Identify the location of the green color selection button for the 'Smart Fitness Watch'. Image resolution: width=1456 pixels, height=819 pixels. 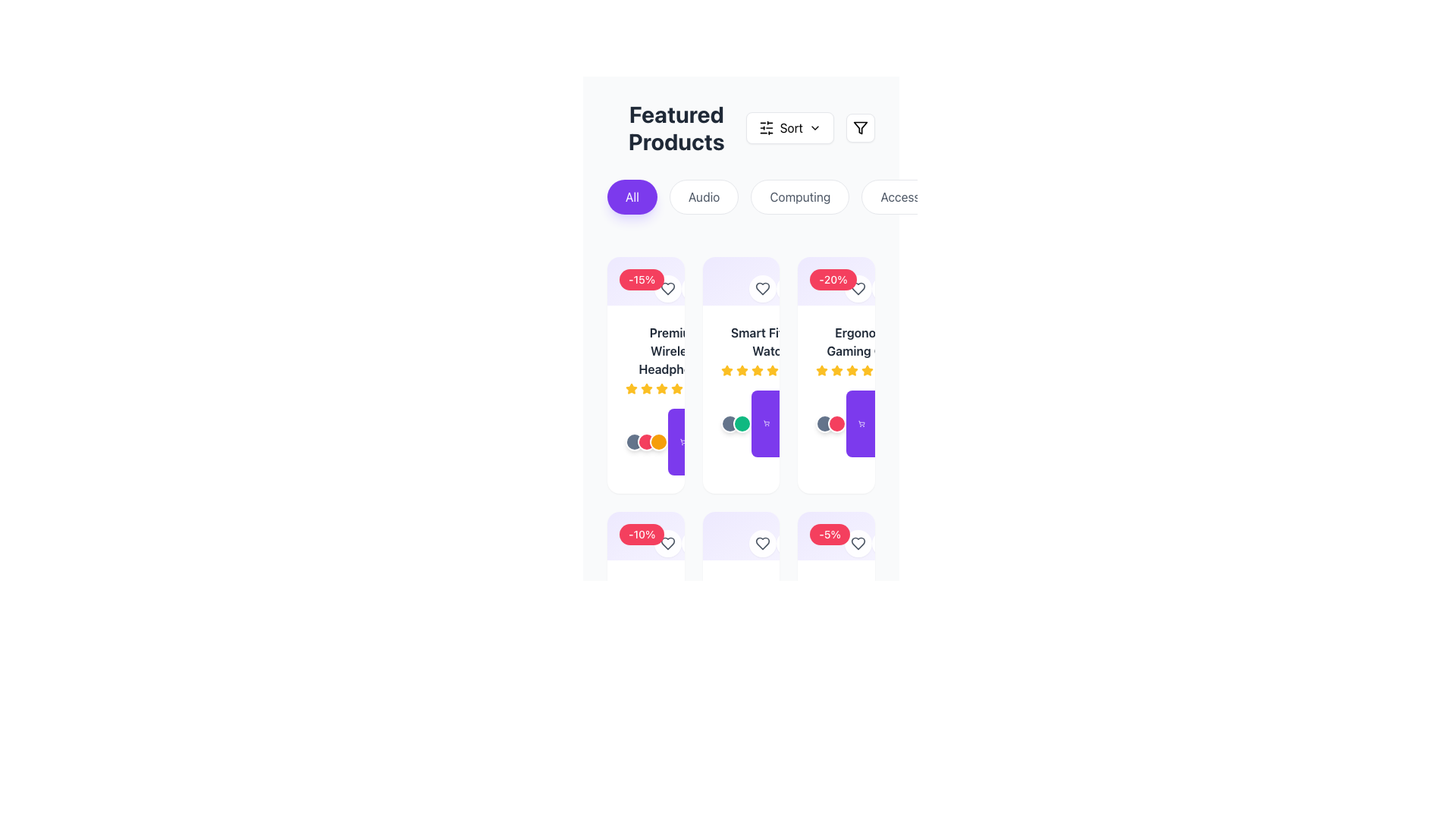
(741, 424).